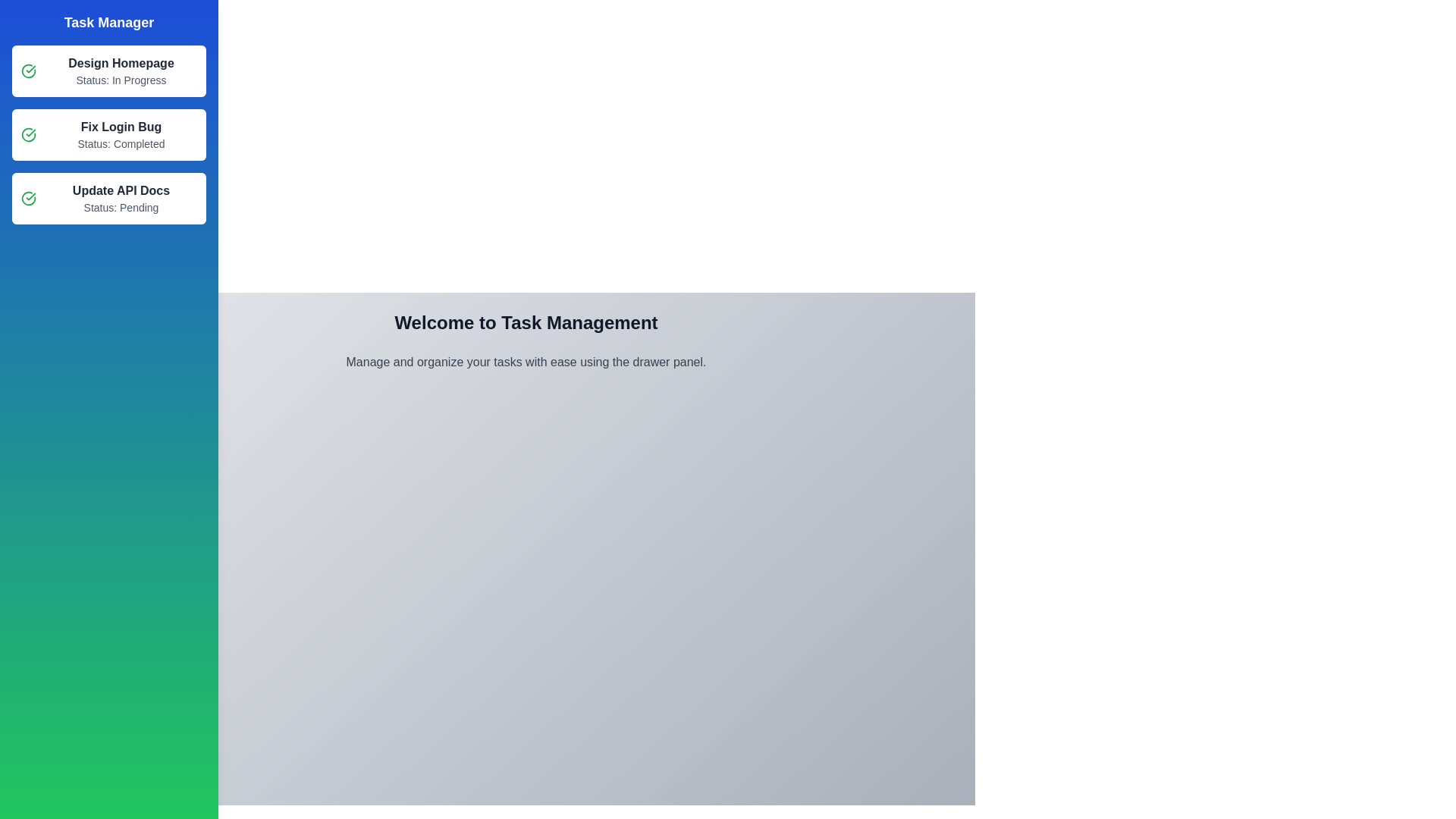  Describe the element at coordinates (30, 30) in the screenshot. I see `the button in the top-left corner to toggle the drawer open and close states` at that location.